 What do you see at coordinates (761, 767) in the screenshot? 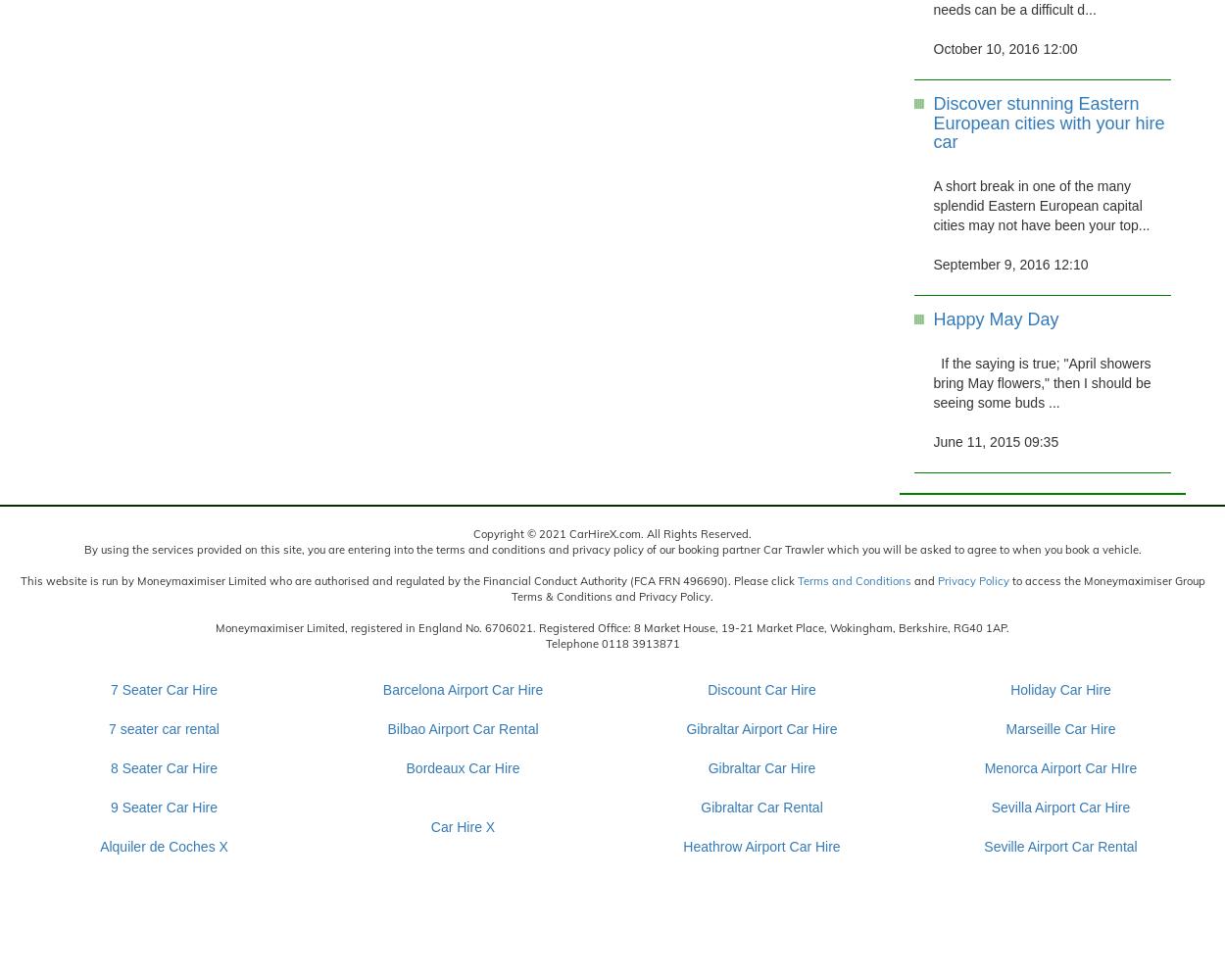
I see `'Gibraltar Car Hire'` at bounding box center [761, 767].